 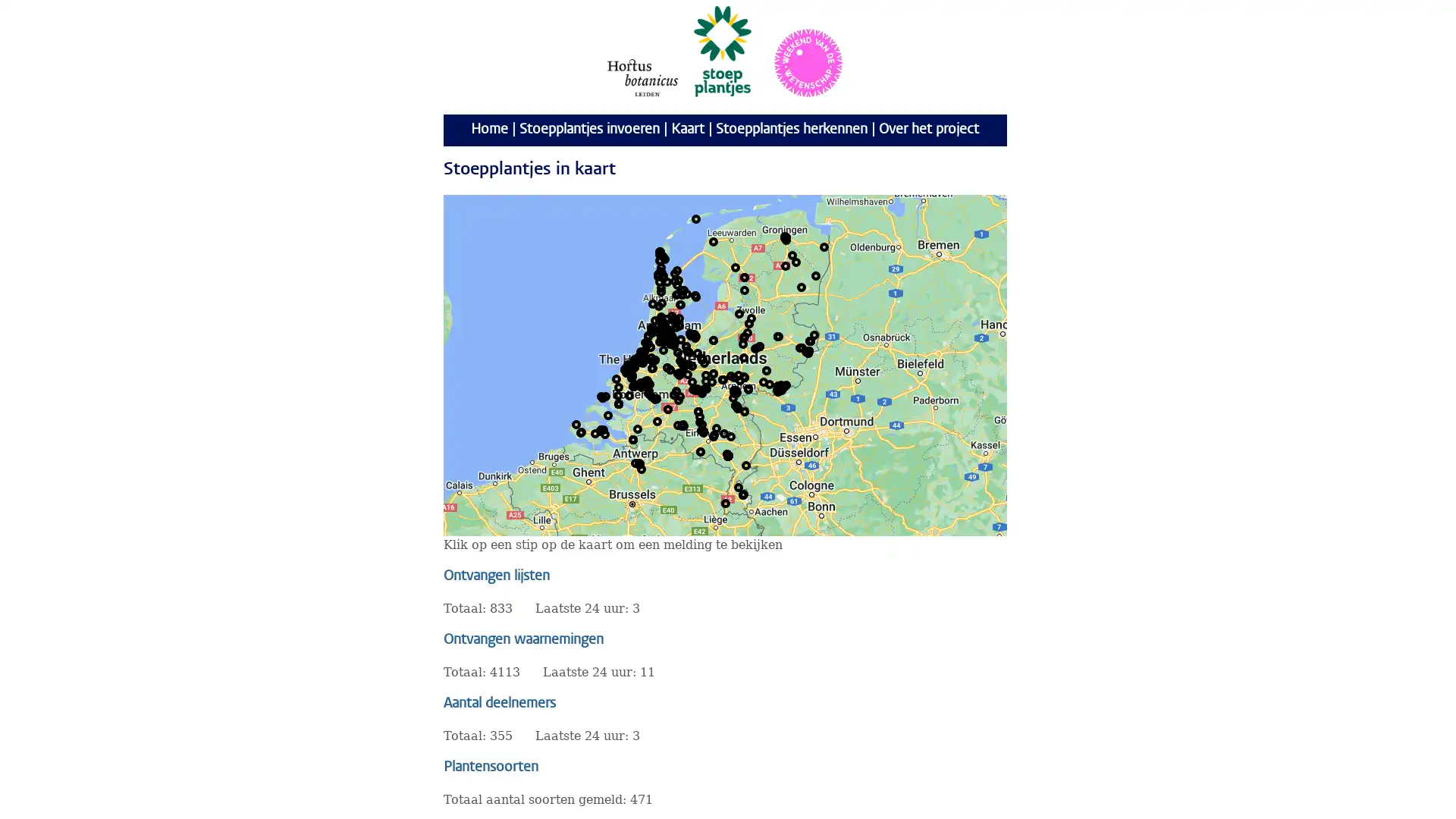 What do you see at coordinates (702, 430) in the screenshot?
I see `Telling van IVN Best op 16 februari 2022` at bounding box center [702, 430].